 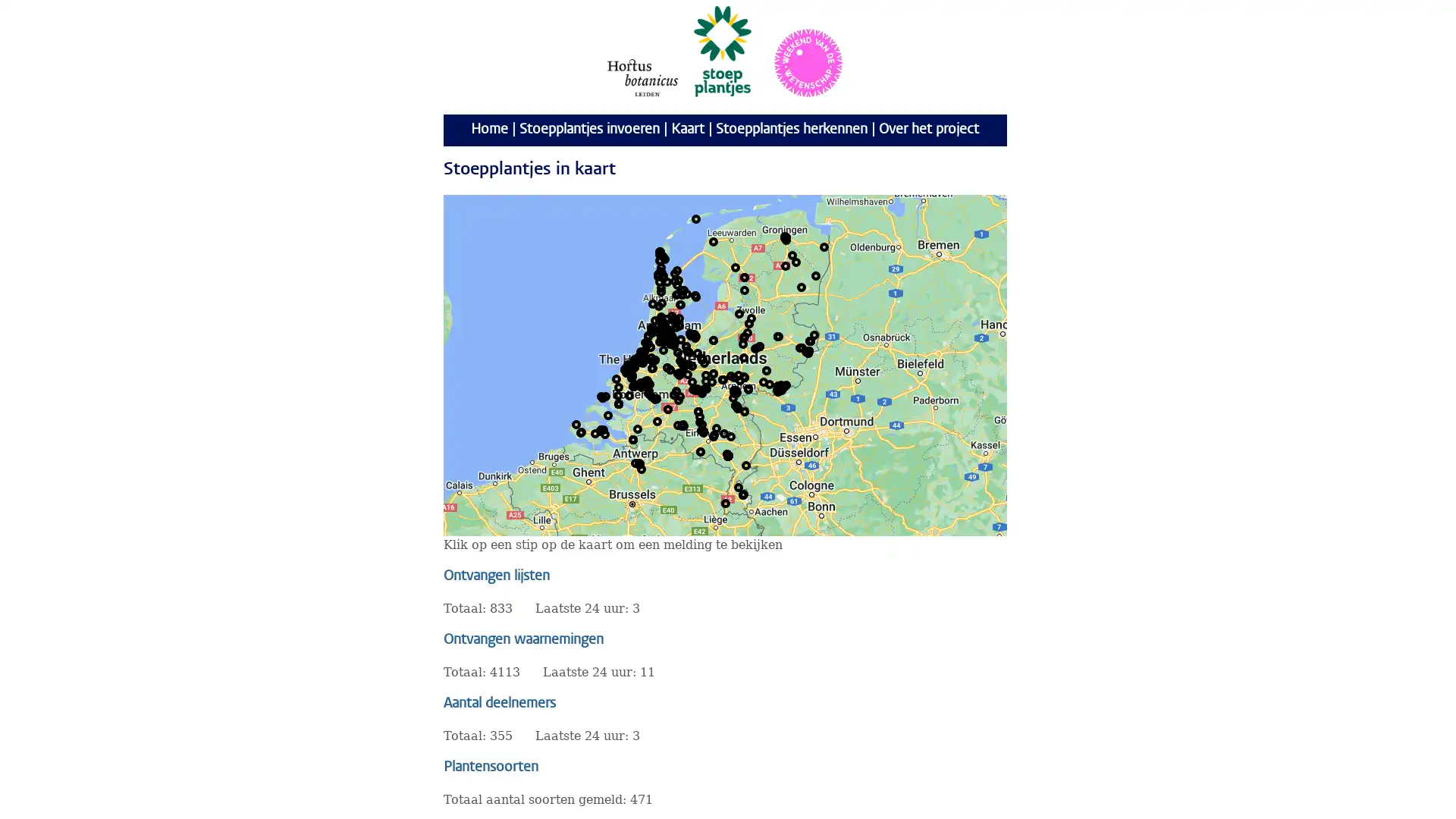 What do you see at coordinates (702, 430) in the screenshot?
I see `Telling van IVN Best op 16 februari 2022` at bounding box center [702, 430].